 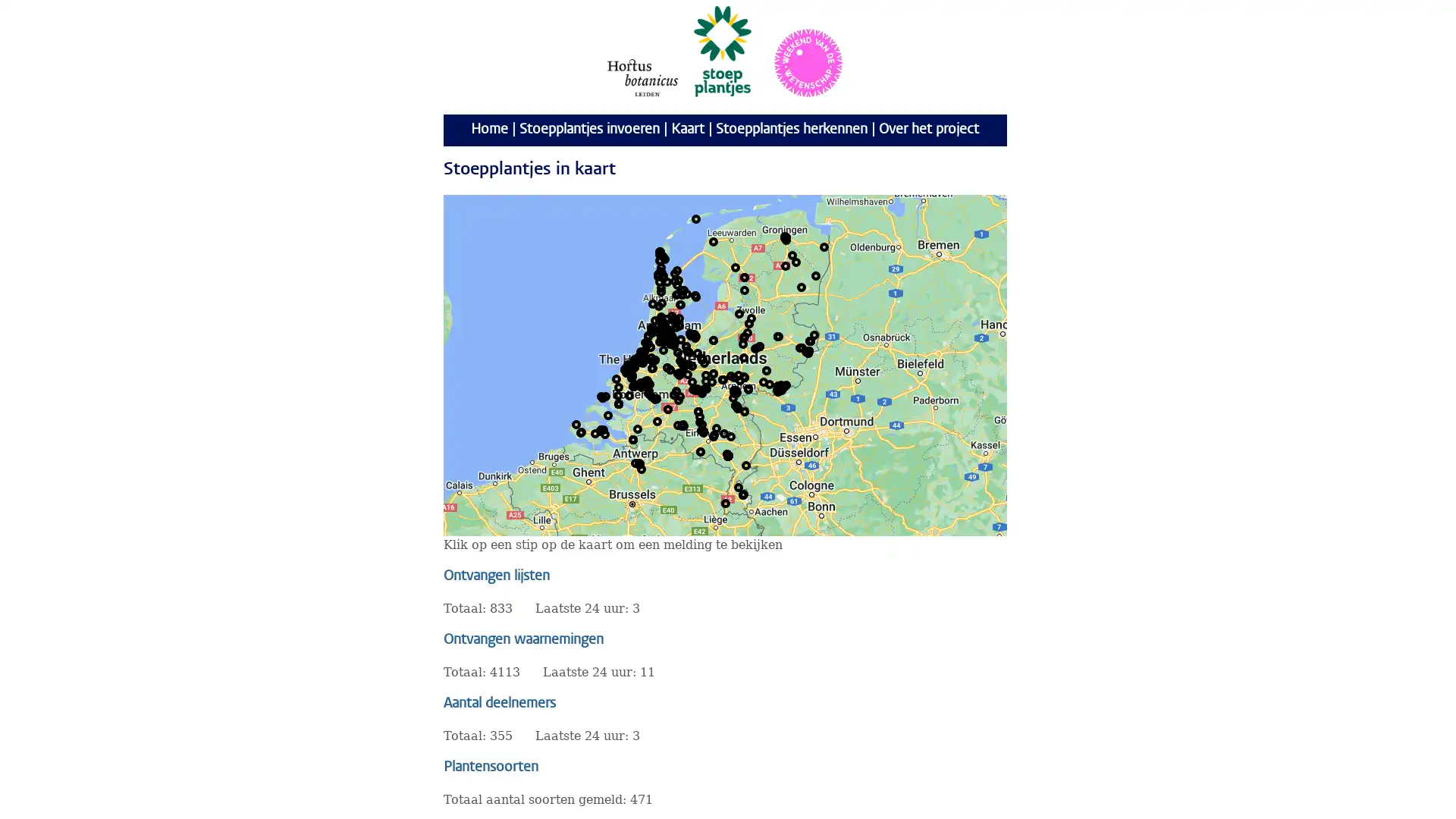 What do you see at coordinates (702, 430) in the screenshot?
I see `Telling van IVN Best op 16 februari 2022` at bounding box center [702, 430].